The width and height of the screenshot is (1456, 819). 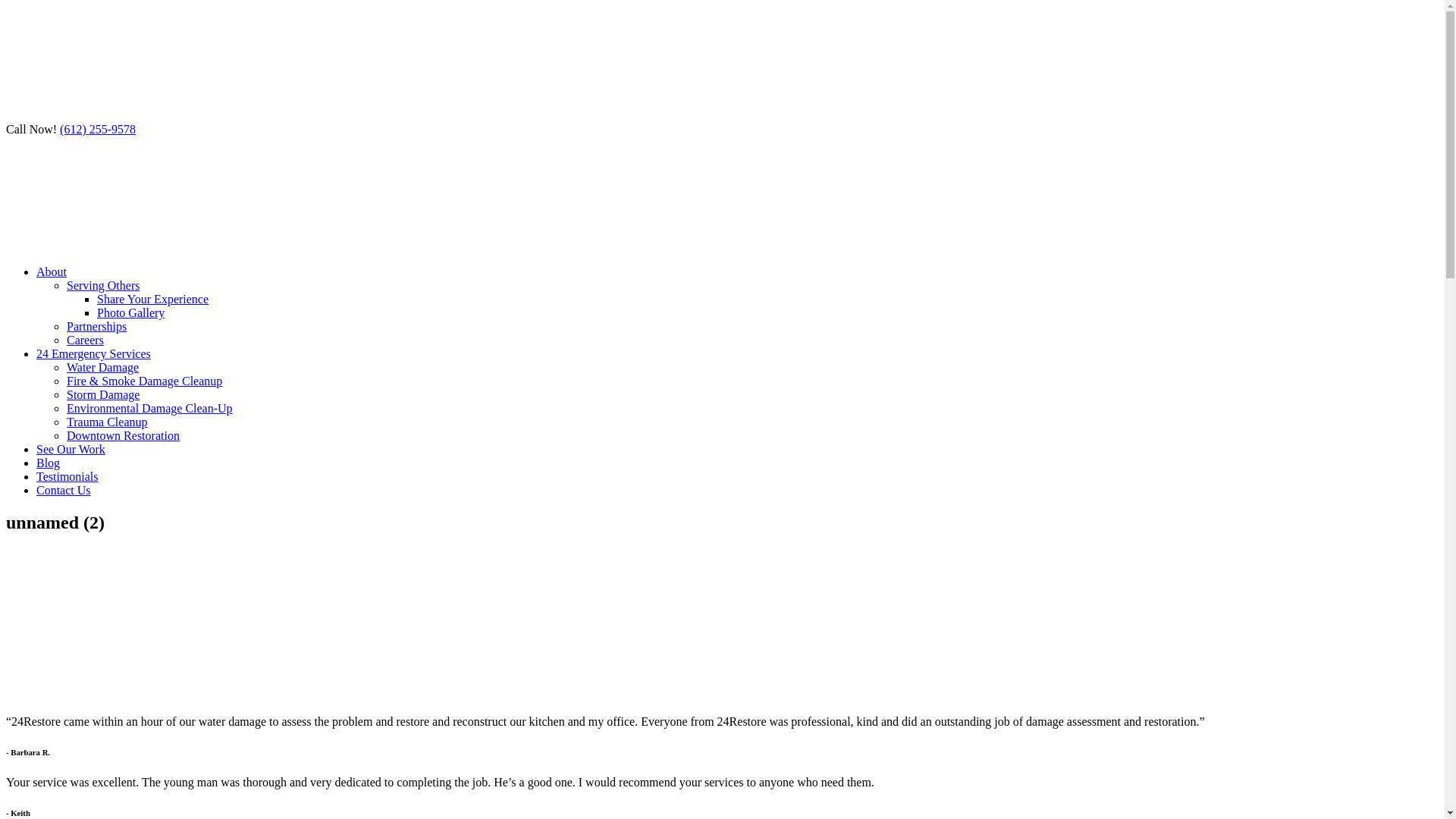 What do you see at coordinates (149, 407) in the screenshot?
I see `'Environmental Damage Clean-Up'` at bounding box center [149, 407].